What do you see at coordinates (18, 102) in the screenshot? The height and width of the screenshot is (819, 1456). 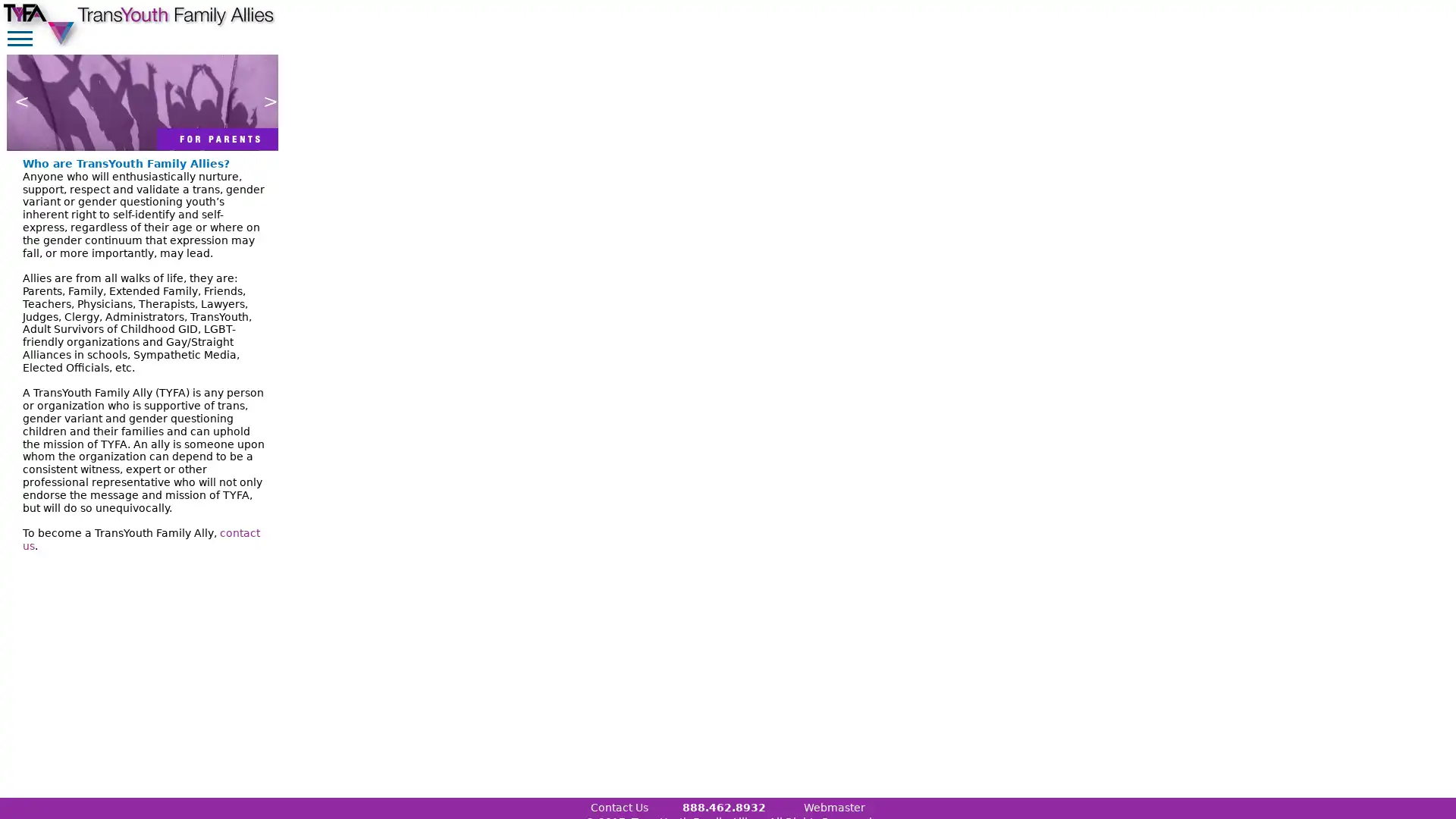 I see `previous` at bounding box center [18, 102].